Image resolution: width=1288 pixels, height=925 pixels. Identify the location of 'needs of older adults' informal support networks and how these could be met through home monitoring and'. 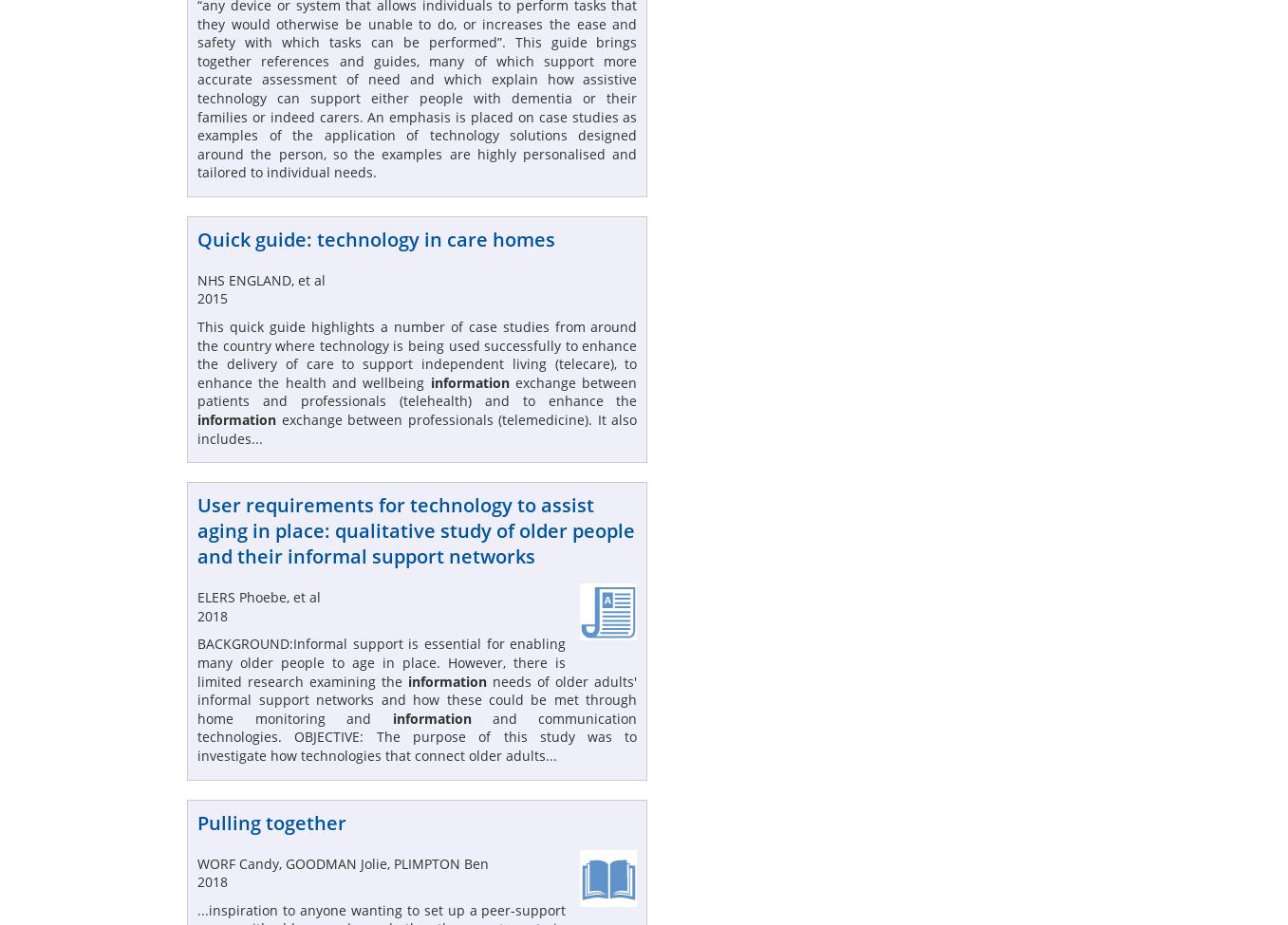
(416, 698).